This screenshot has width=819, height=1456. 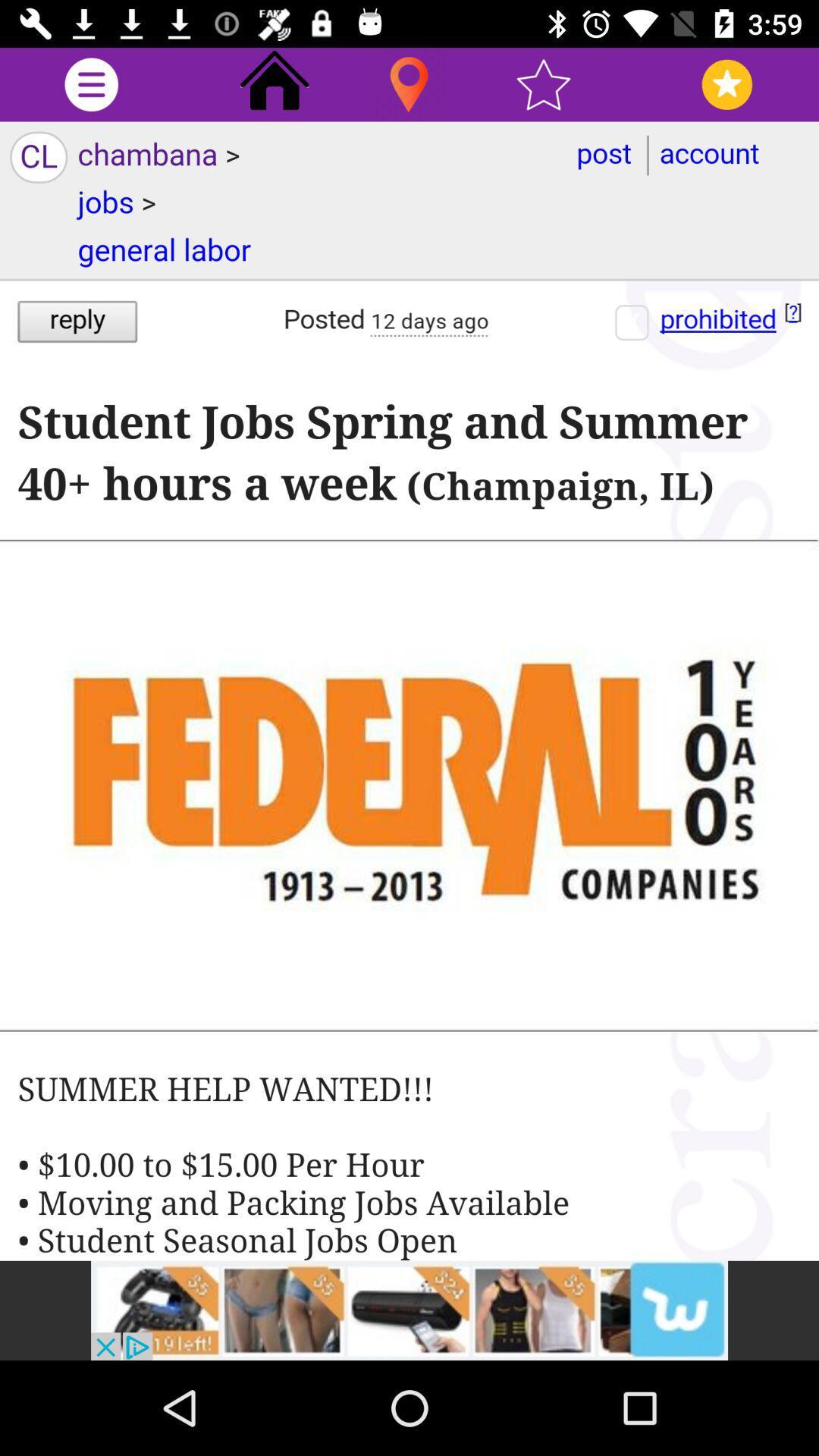 What do you see at coordinates (91, 83) in the screenshot?
I see `the more icon` at bounding box center [91, 83].